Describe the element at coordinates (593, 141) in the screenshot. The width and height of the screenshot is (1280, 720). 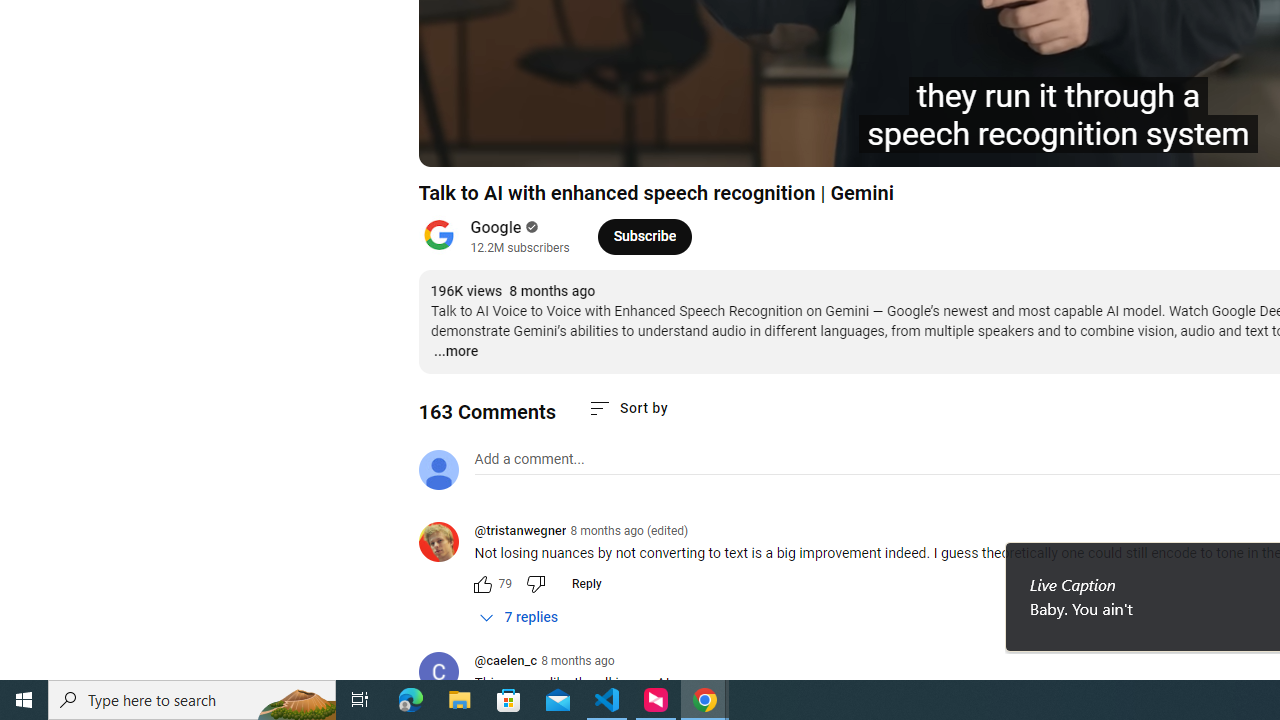
I see `'Mute (m)'` at that location.